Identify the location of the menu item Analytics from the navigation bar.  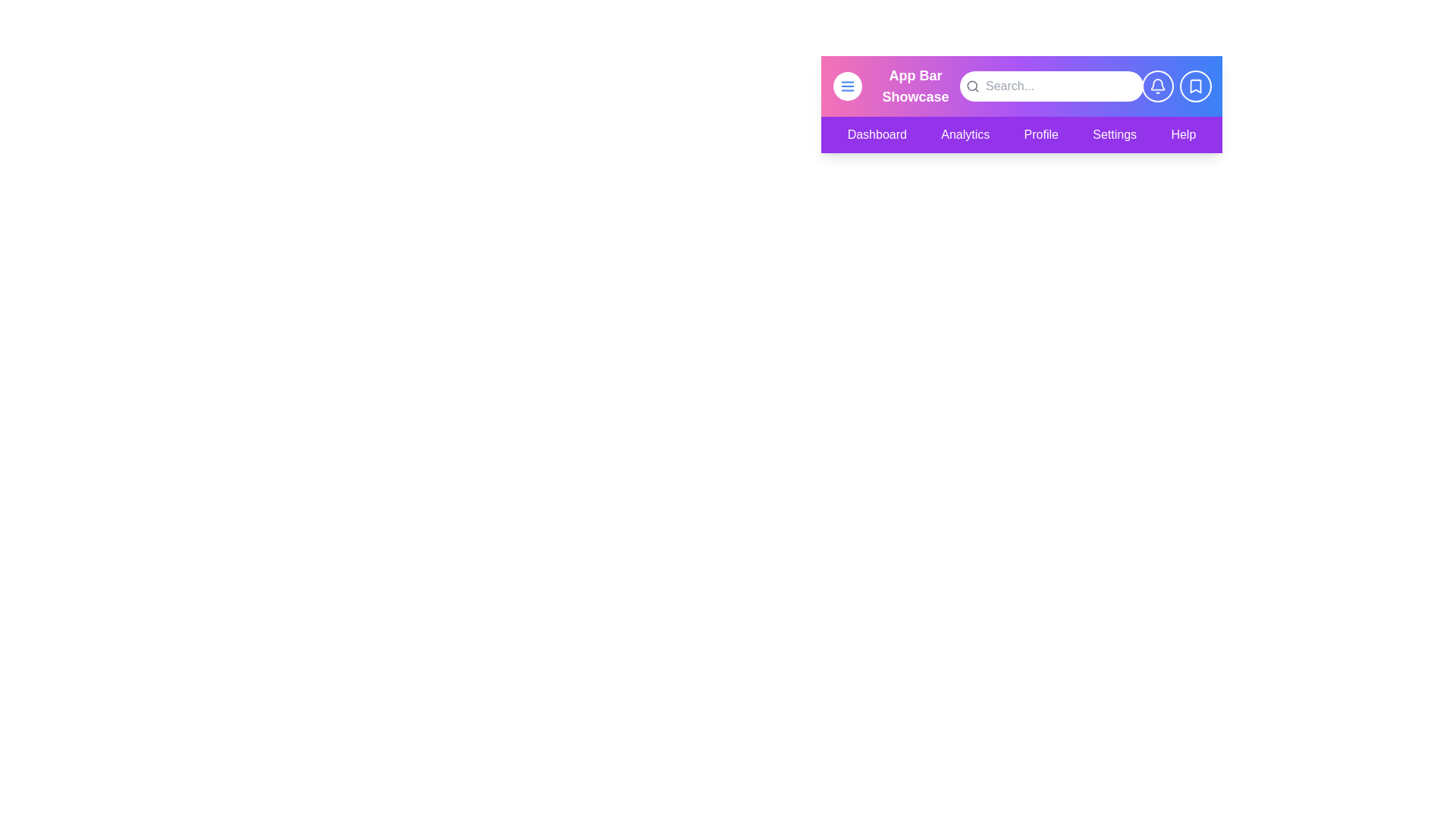
(965, 133).